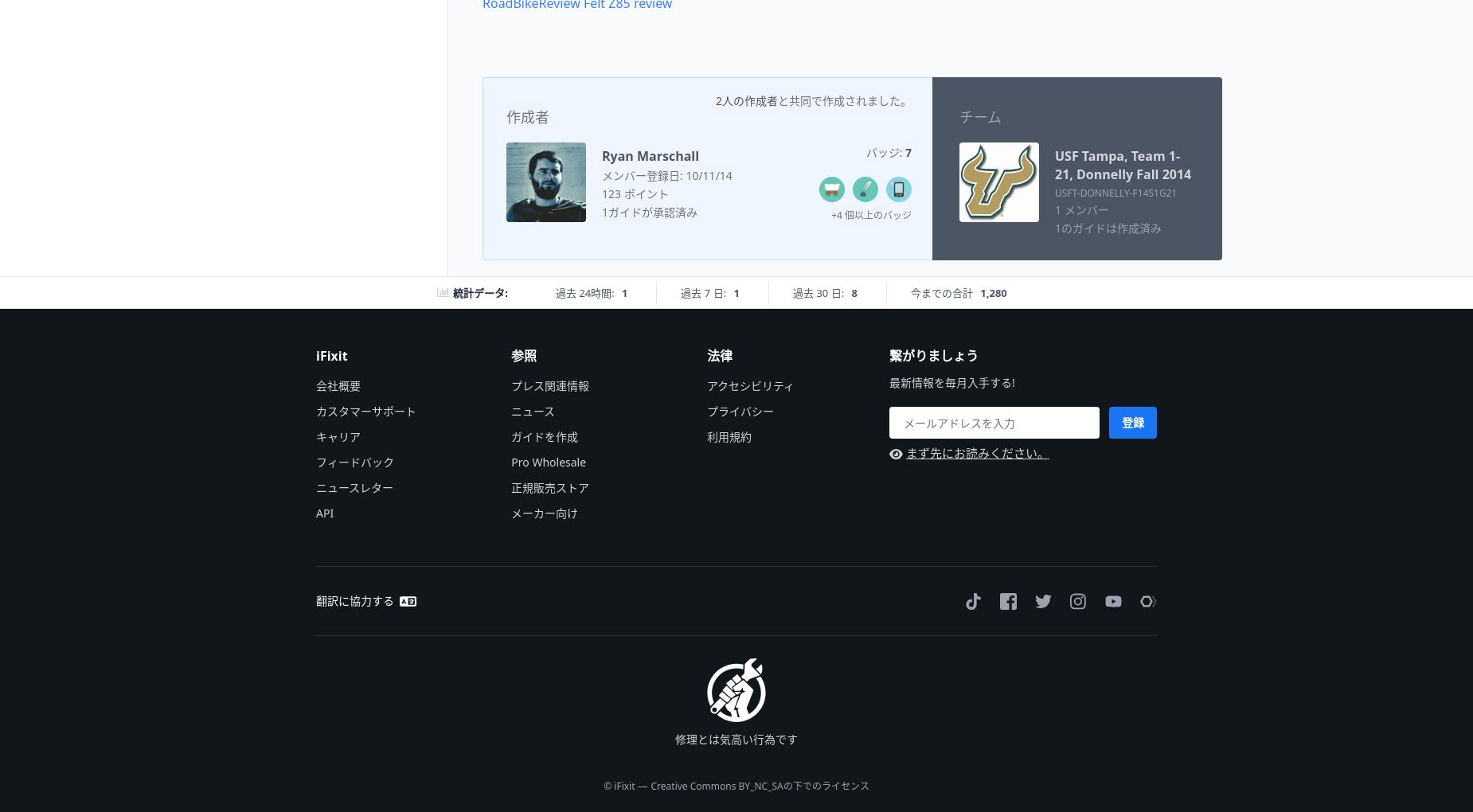 The height and width of the screenshot is (812, 1473). Describe the element at coordinates (479, 291) in the screenshot. I see `'統計データ:'` at that location.